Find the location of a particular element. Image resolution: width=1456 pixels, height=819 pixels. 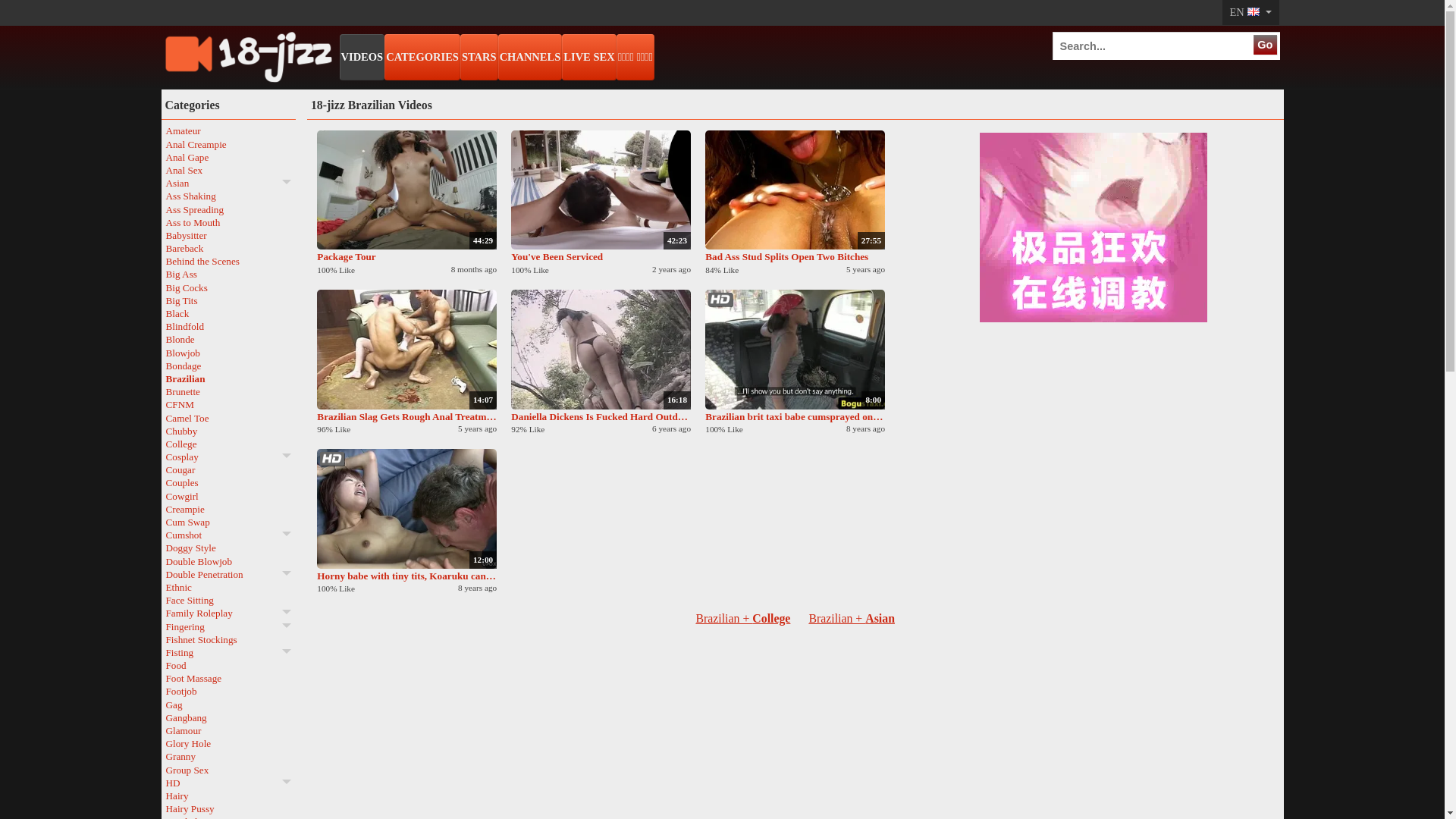

'CFNM' is located at coordinates (227, 403).